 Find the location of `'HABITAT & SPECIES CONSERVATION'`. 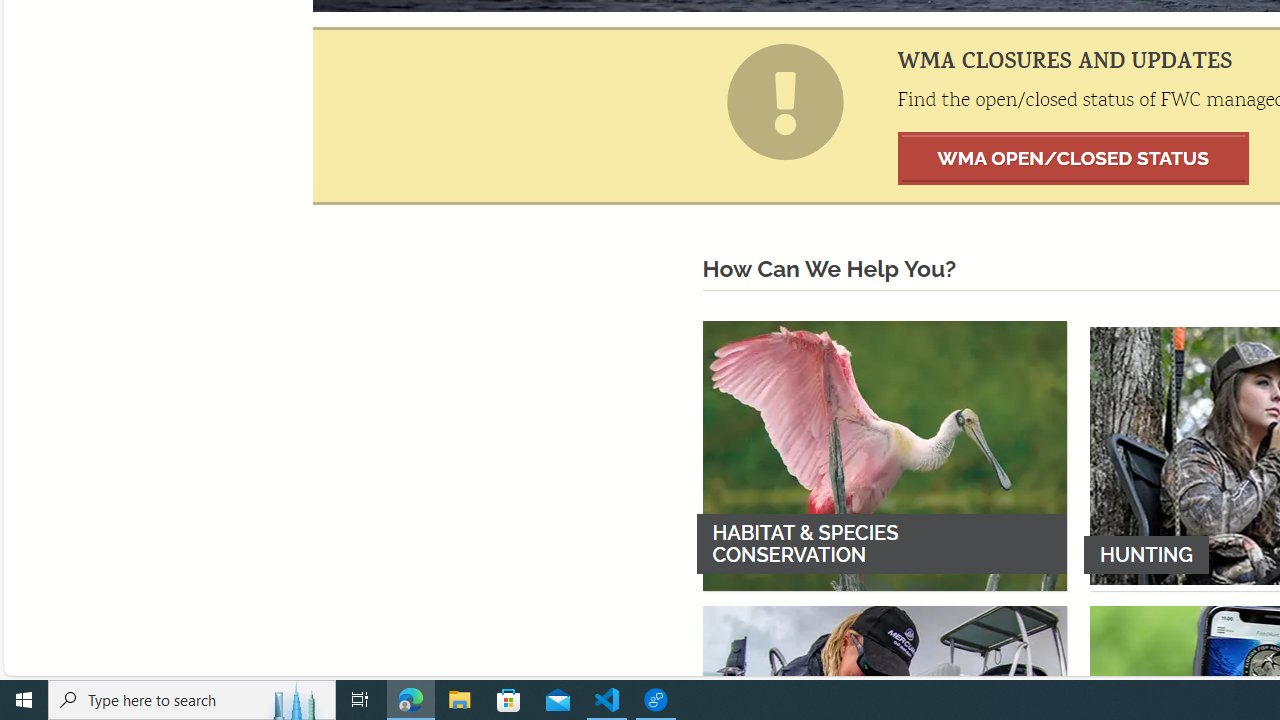

'HABITAT & SPECIES CONSERVATION' is located at coordinates (883, 455).